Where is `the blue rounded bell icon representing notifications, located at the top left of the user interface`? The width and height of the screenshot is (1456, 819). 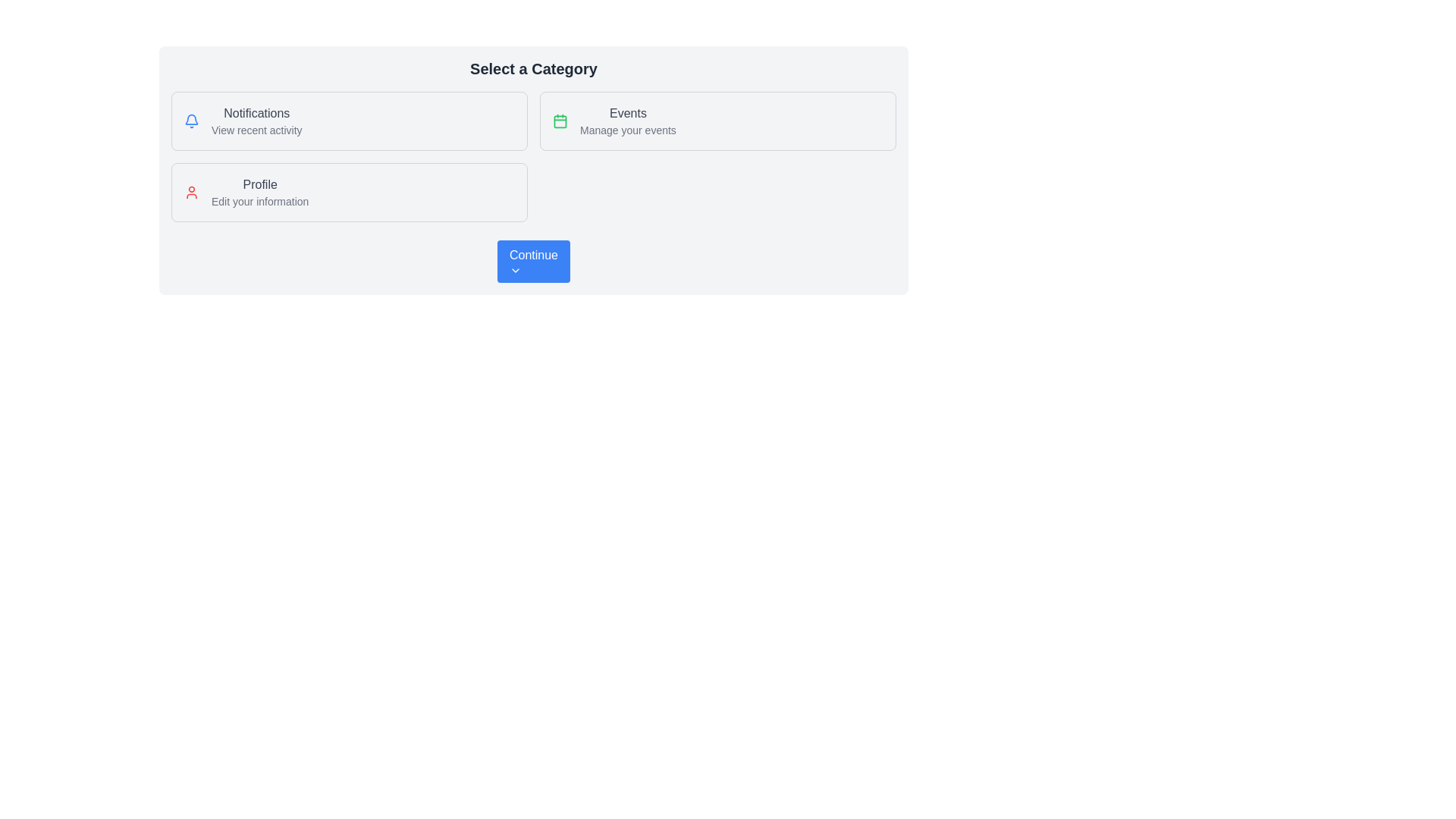
the blue rounded bell icon representing notifications, located at the top left of the user interface is located at coordinates (191, 118).